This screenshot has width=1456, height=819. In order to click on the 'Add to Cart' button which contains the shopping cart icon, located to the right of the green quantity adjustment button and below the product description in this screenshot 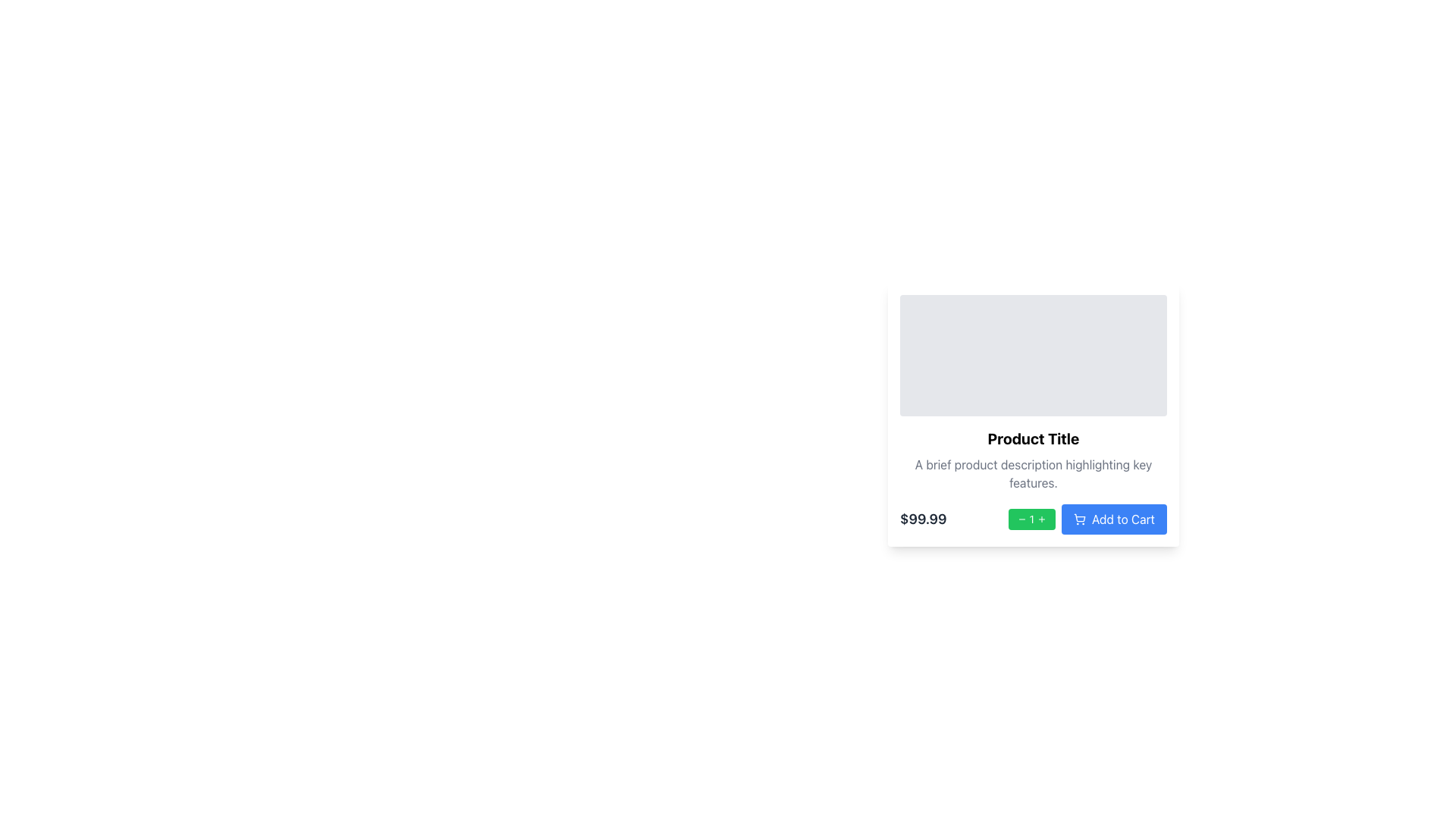, I will do `click(1079, 516)`.